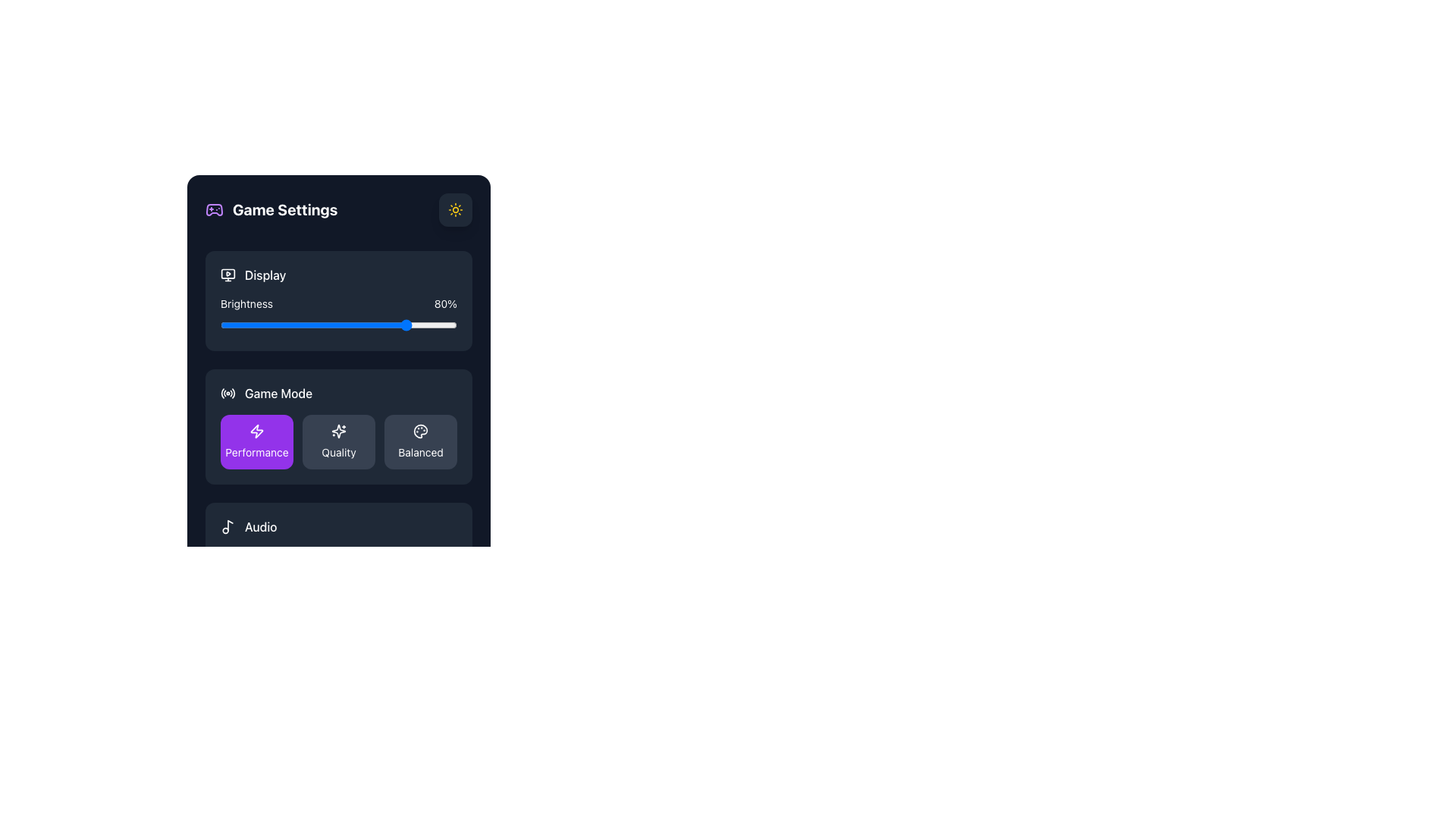 This screenshot has width=1456, height=819. What do you see at coordinates (421, 452) in the screenshot?
I see `the text label displaying 'Balanced' in a gray font, located in the 'Game Mode' section below the palette icon` at bounding box center [421, 452].